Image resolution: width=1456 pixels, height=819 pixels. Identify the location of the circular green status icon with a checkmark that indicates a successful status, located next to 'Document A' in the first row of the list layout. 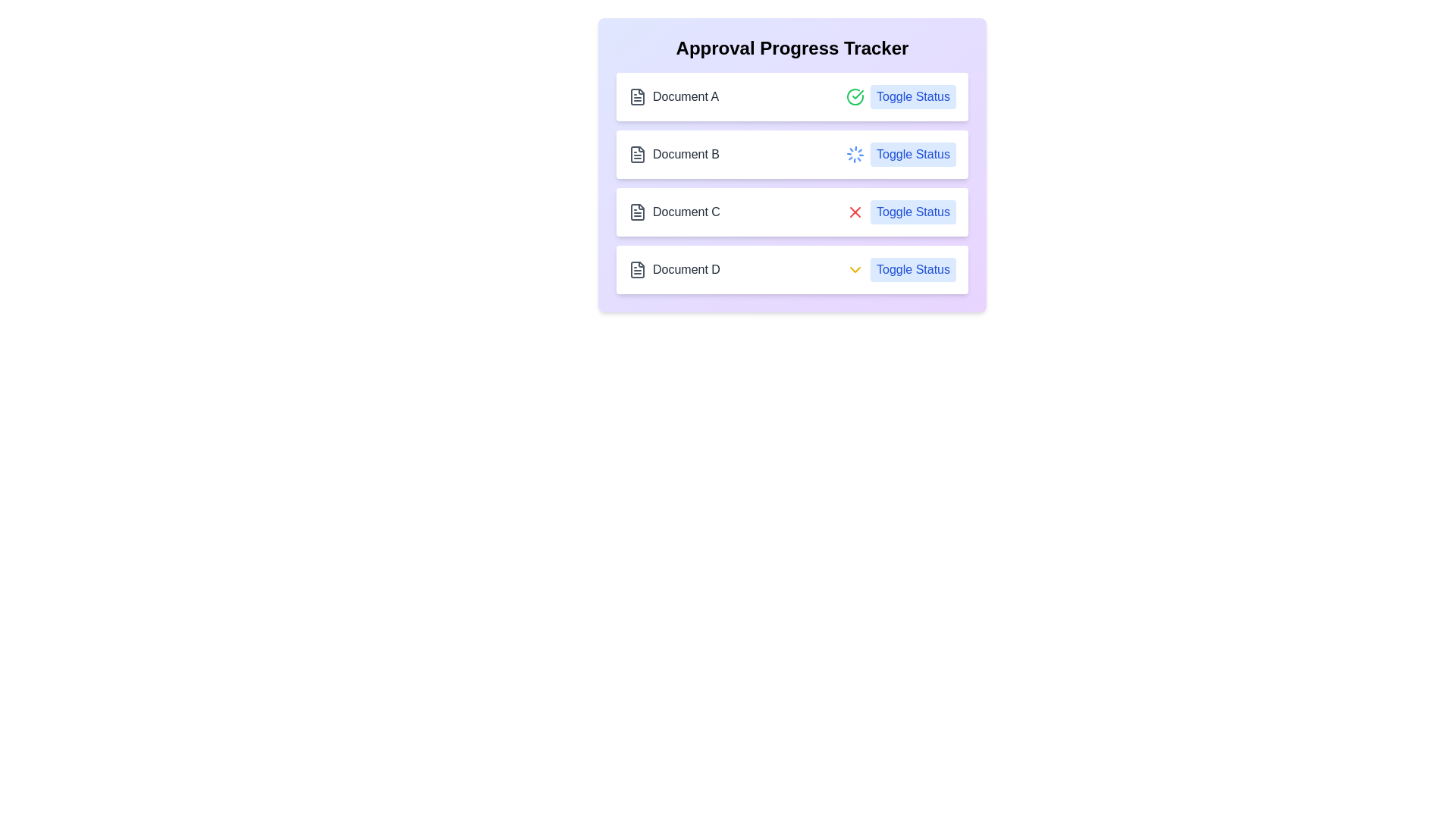
(855, 96).